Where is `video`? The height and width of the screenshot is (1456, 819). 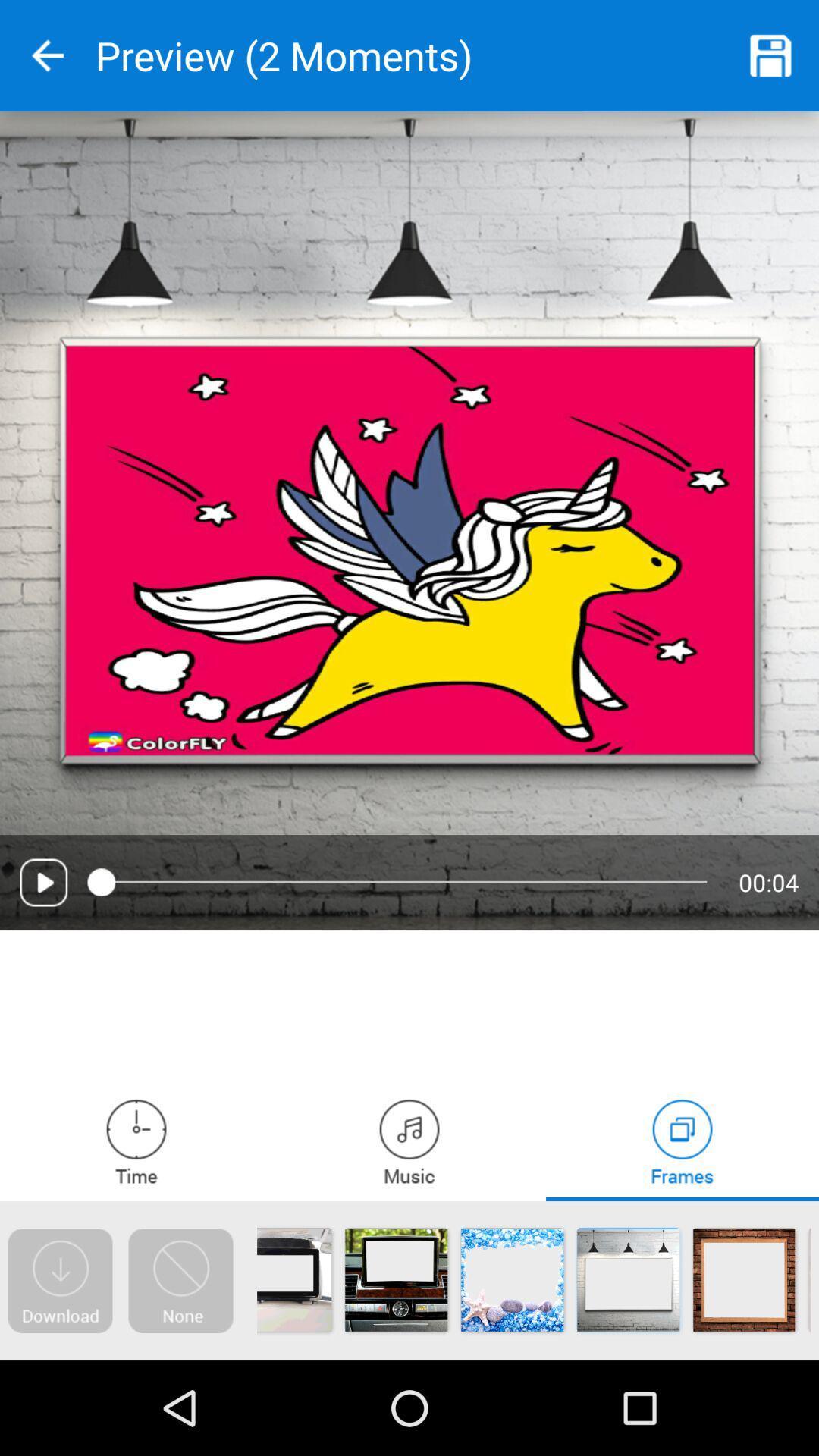 video is located at coordinates (42, 882).